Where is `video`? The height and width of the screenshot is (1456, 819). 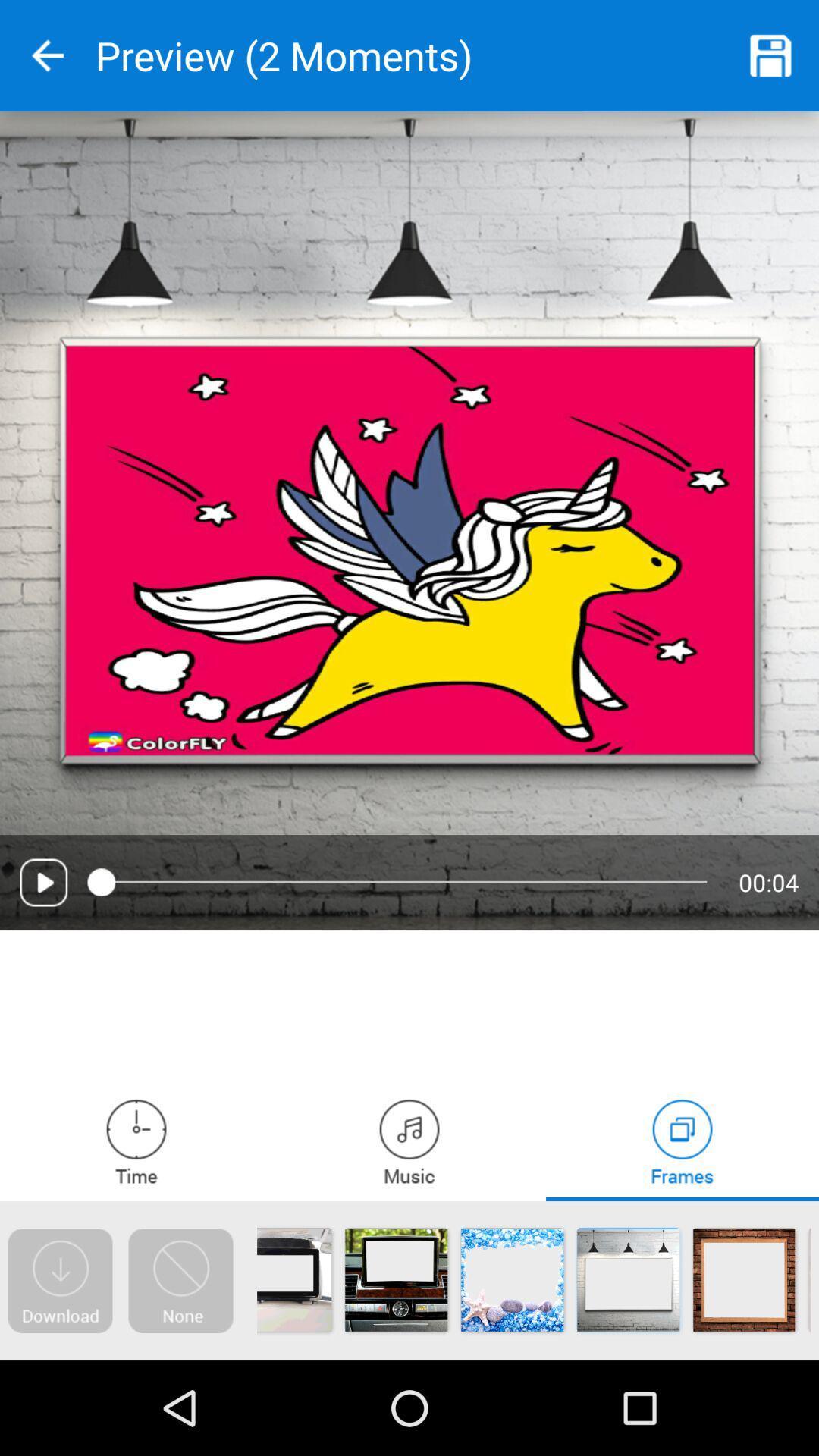 video is located at coordinates (42, 882).